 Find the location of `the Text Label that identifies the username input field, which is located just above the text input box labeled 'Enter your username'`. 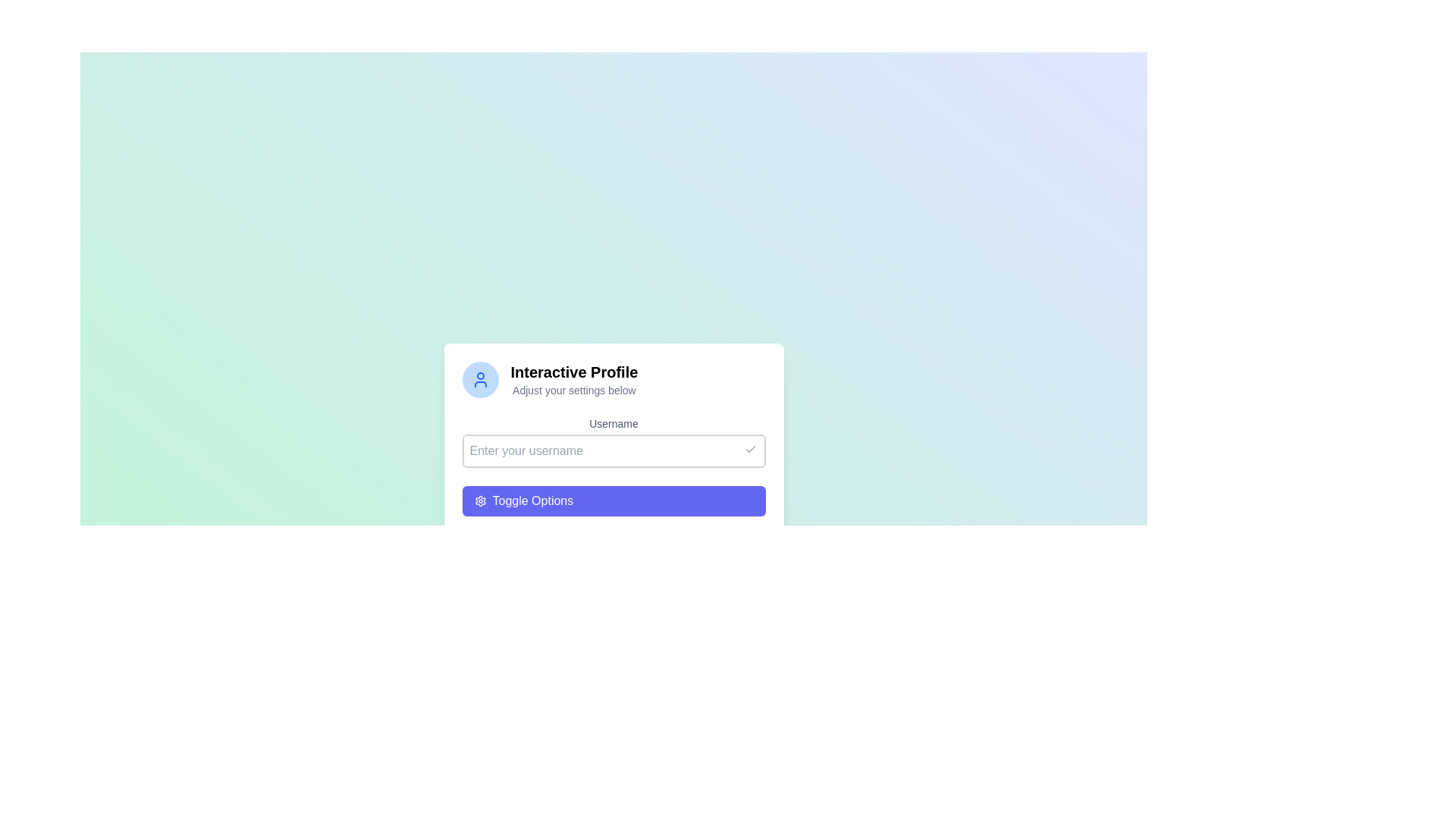

the Text Label that identifies the username input field, which is located just above the text input box labeled 'Enter your username' is located at coordinates (613, 424).